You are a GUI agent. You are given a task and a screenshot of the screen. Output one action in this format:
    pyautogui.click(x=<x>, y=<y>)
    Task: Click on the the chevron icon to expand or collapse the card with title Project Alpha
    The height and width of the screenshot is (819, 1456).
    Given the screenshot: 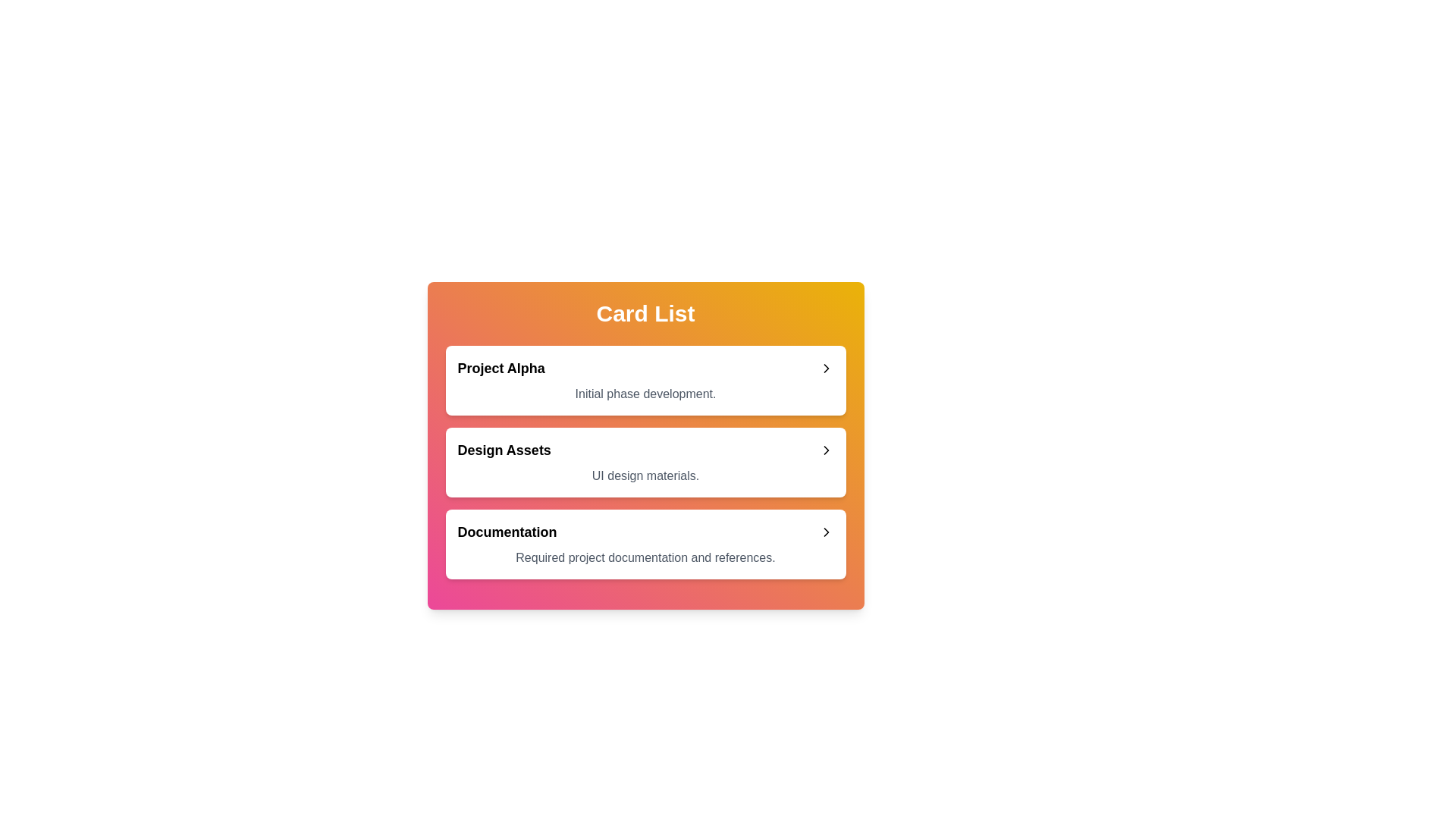 What is the action you would take?
    pyautogui.click(x=825, y=369)
    